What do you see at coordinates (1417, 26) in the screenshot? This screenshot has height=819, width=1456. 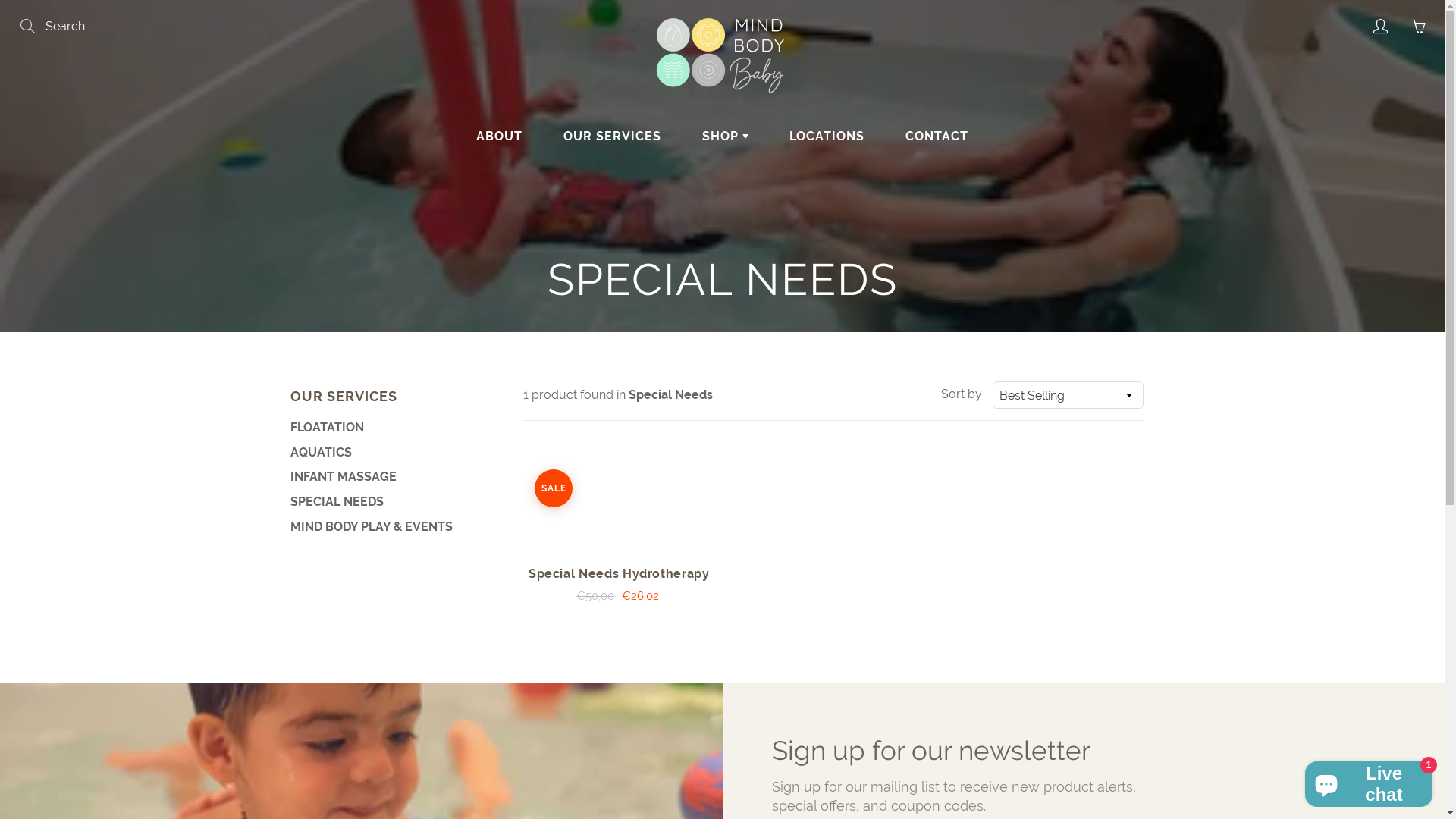 I see `'You have 0 items in your cart'` at bounding box center [1417, 26].